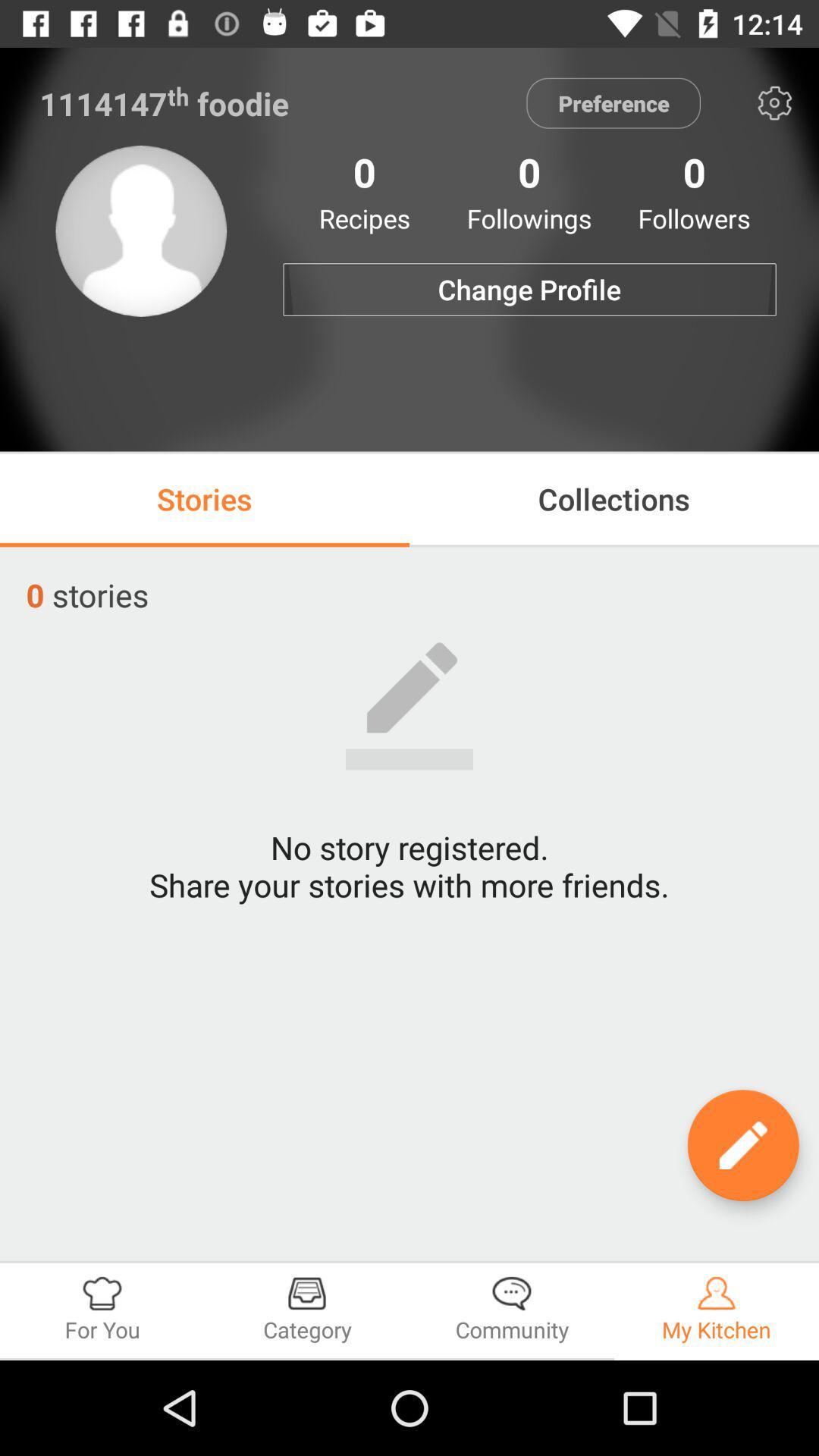 Image resolution: width=819 pixels, height=1456 pixels. I want to click on settings option, so click(774, 102).